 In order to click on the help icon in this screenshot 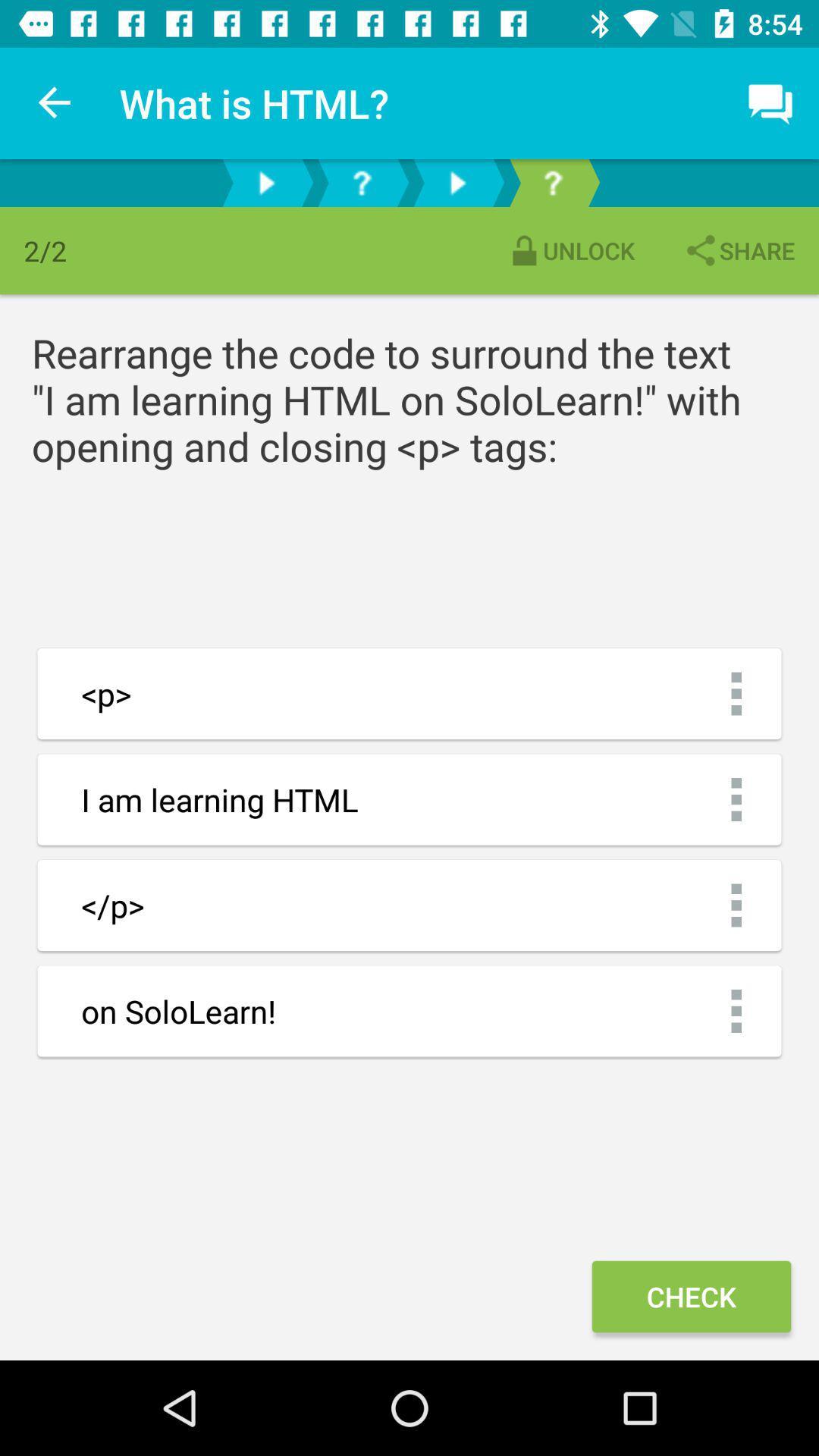, I will do `click(362, 182)`.